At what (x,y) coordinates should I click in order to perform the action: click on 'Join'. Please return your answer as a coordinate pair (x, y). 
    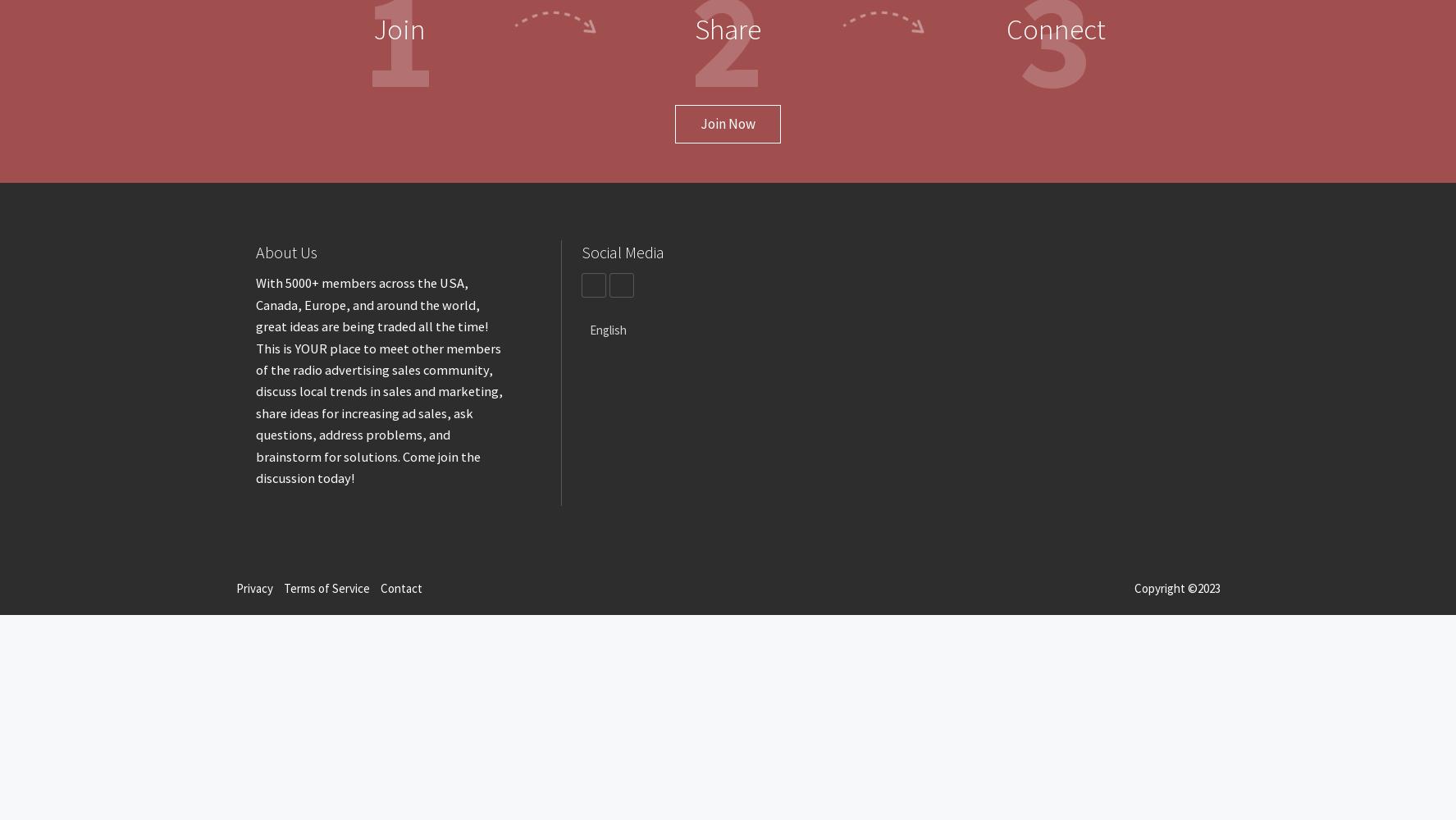
    Looking at the image, I should click on (398, 30).